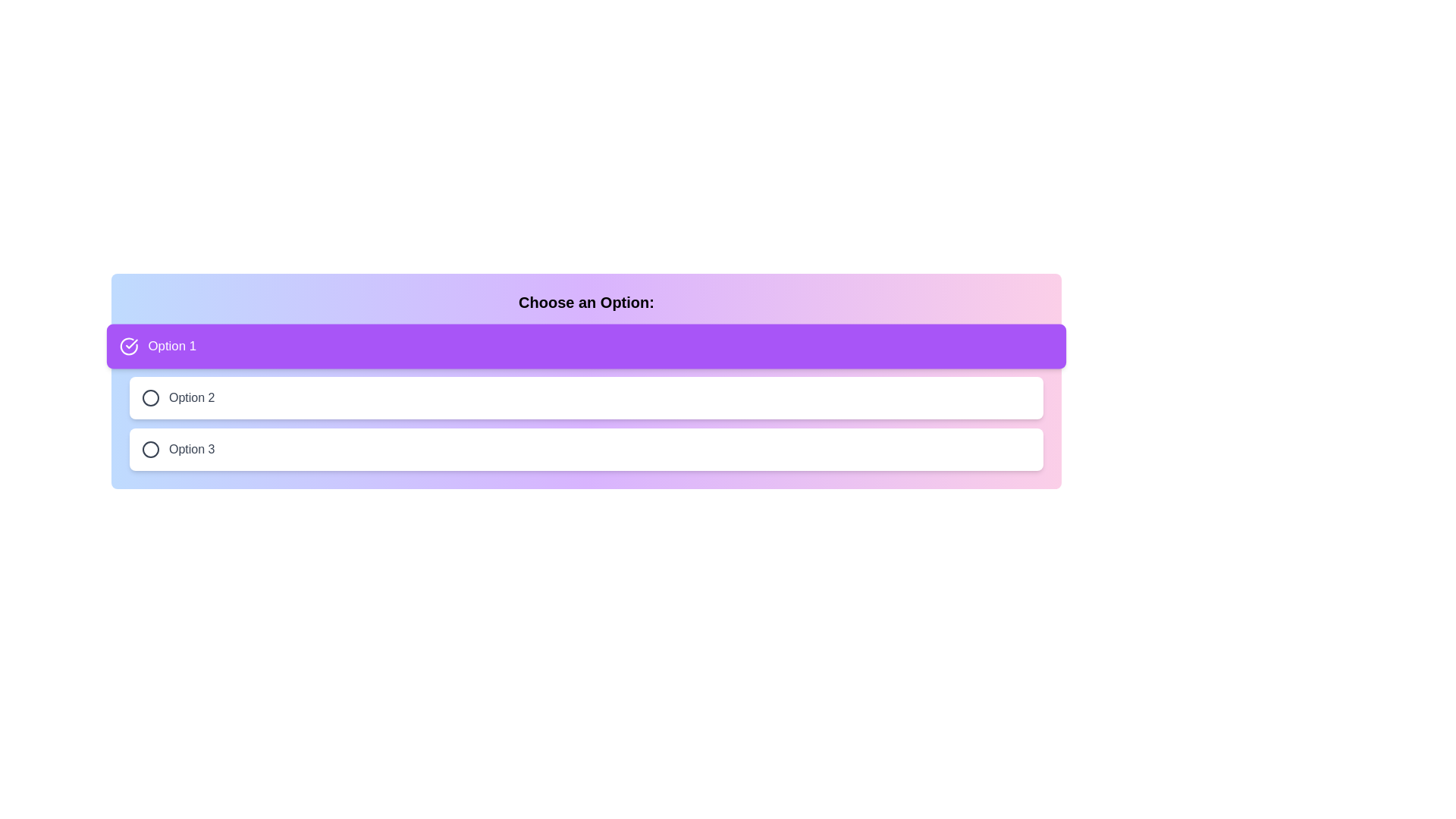 This screenshot has width=1456, height=819. What do you see at coordinates (585, 449) in the screenshot?
I see `the third item in the selectable list` at bounding box center [585, 449].